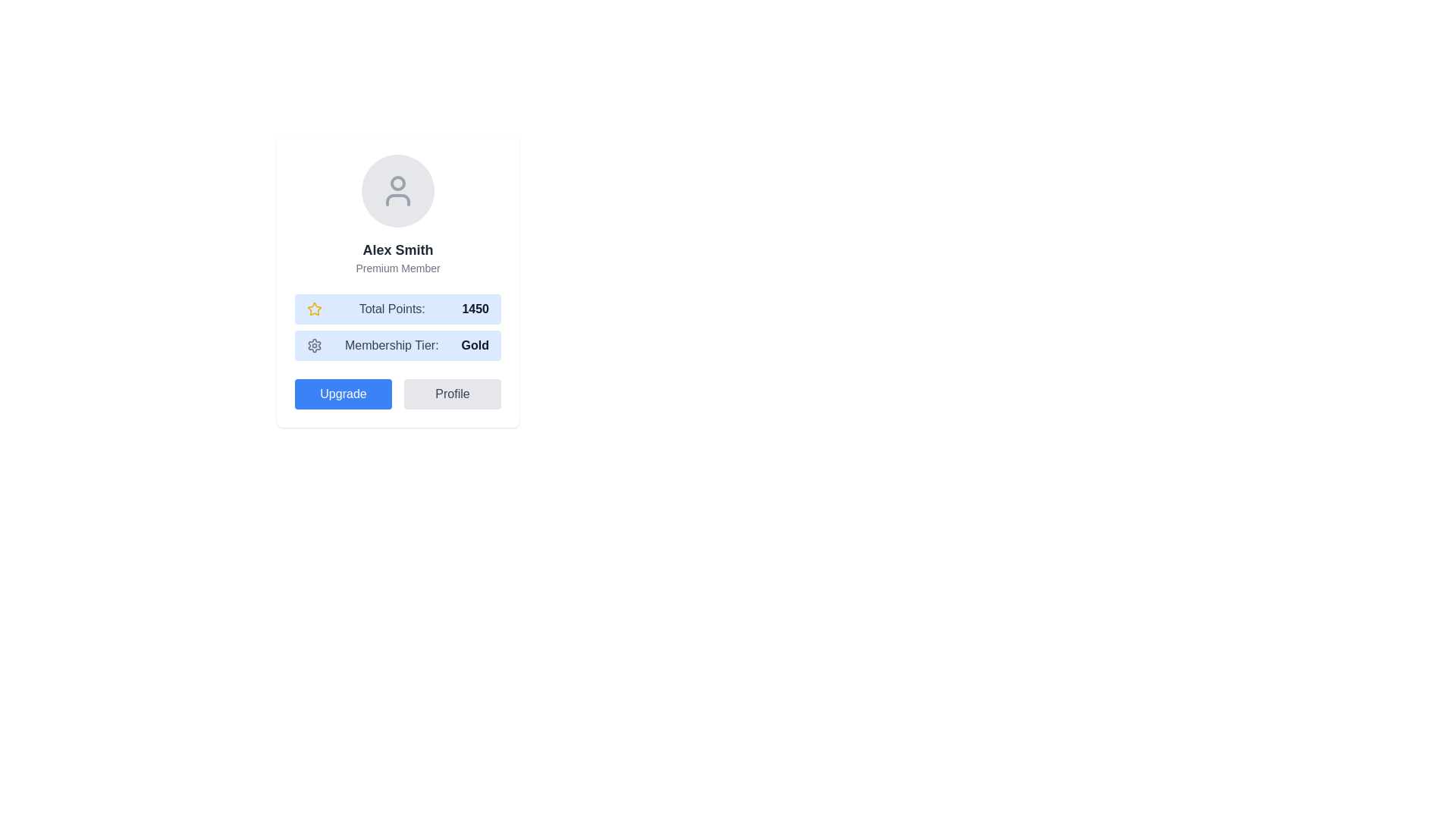 This screenshot has width=1456, height=819. I want to click on the Display section that shows the total accumulated points of the user, located beneath the profile name and above the 'Membership Tier' section in the user profile card, so click(397, 309).